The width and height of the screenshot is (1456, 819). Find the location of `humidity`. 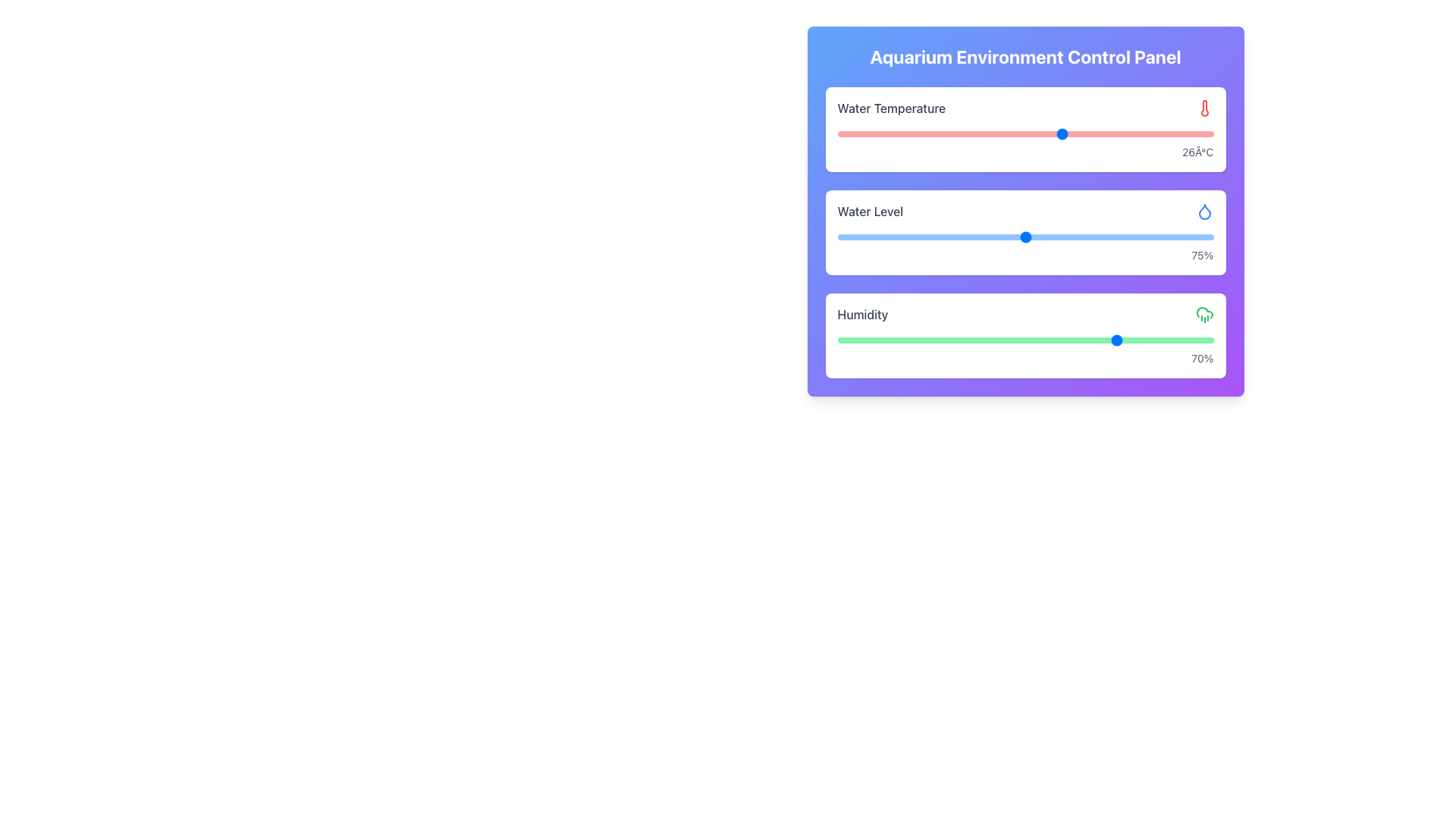

humidity is located at coordinates (1175, 339).